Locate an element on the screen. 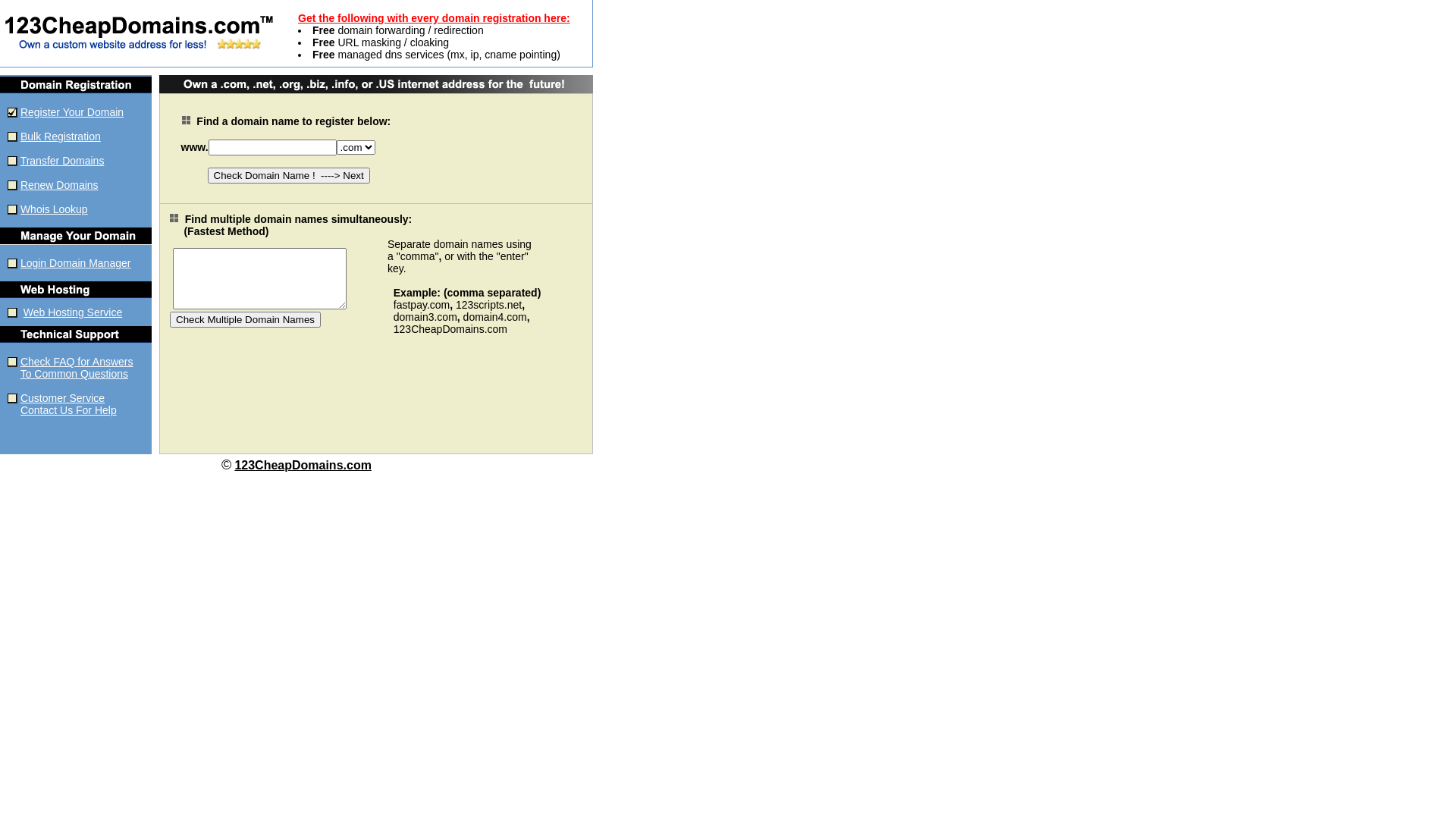  'Check Multiple Domain Names' is located at coordinates (245, 318).